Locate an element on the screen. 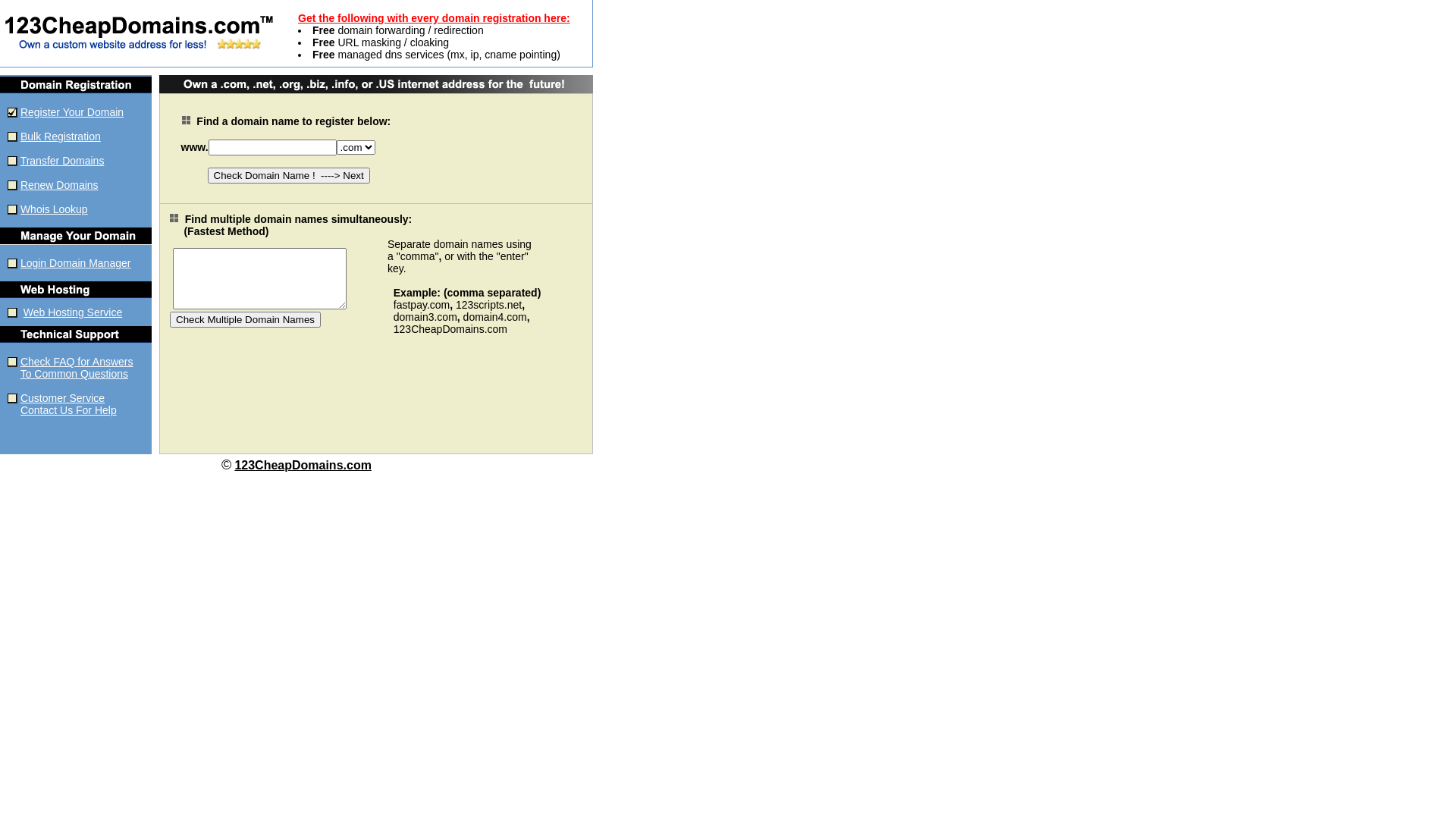  'Check Multiple Domain Names' is located at coordinates (245, 318).